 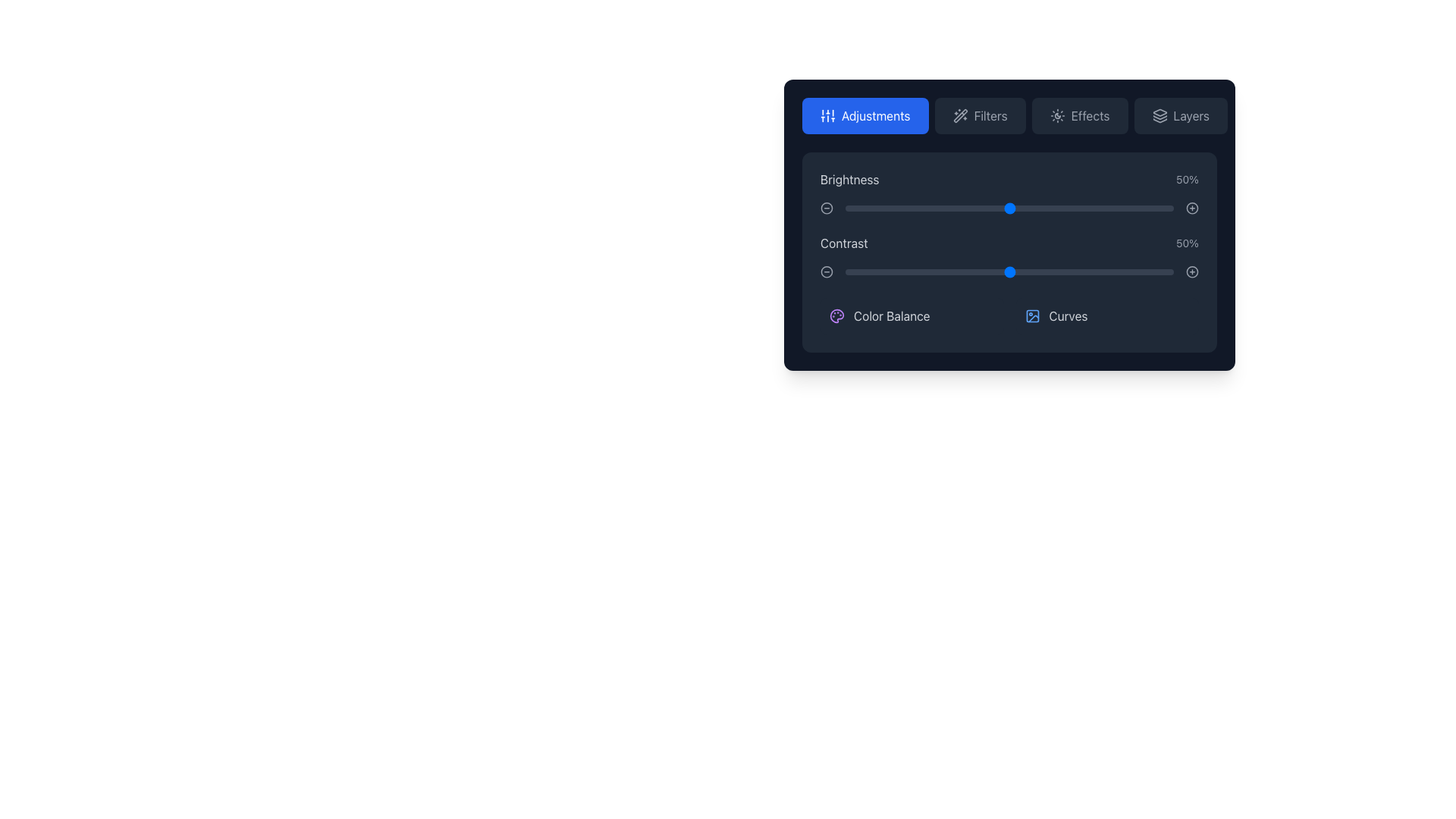 I want to click on the contrast level, so click(x=1016, y=271).